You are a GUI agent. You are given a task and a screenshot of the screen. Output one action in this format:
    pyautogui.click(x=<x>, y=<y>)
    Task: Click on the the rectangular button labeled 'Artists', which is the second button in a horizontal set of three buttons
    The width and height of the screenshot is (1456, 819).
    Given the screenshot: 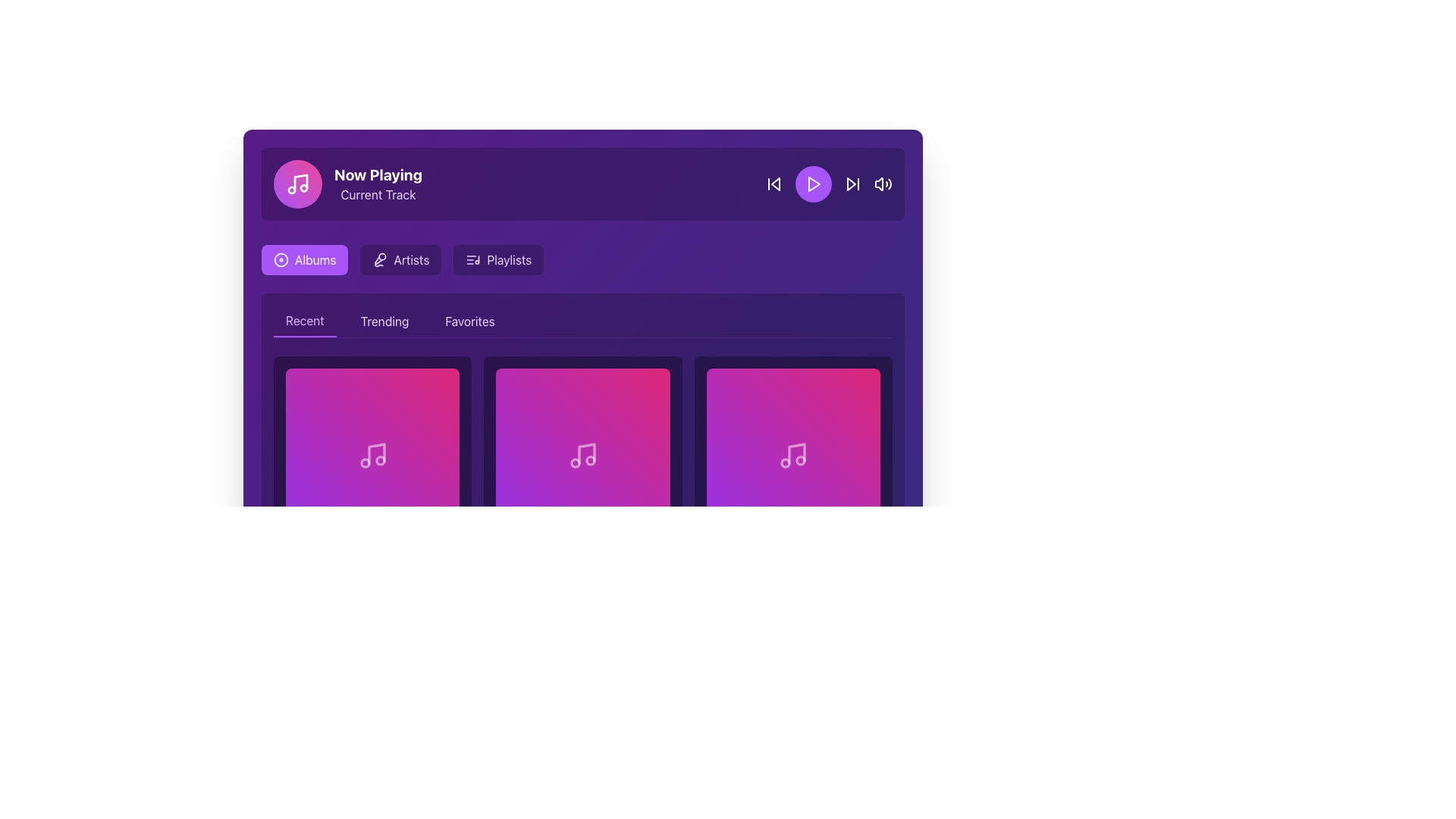 What is the action you would take?
    pyautogui.click(x=400, y=259)
    